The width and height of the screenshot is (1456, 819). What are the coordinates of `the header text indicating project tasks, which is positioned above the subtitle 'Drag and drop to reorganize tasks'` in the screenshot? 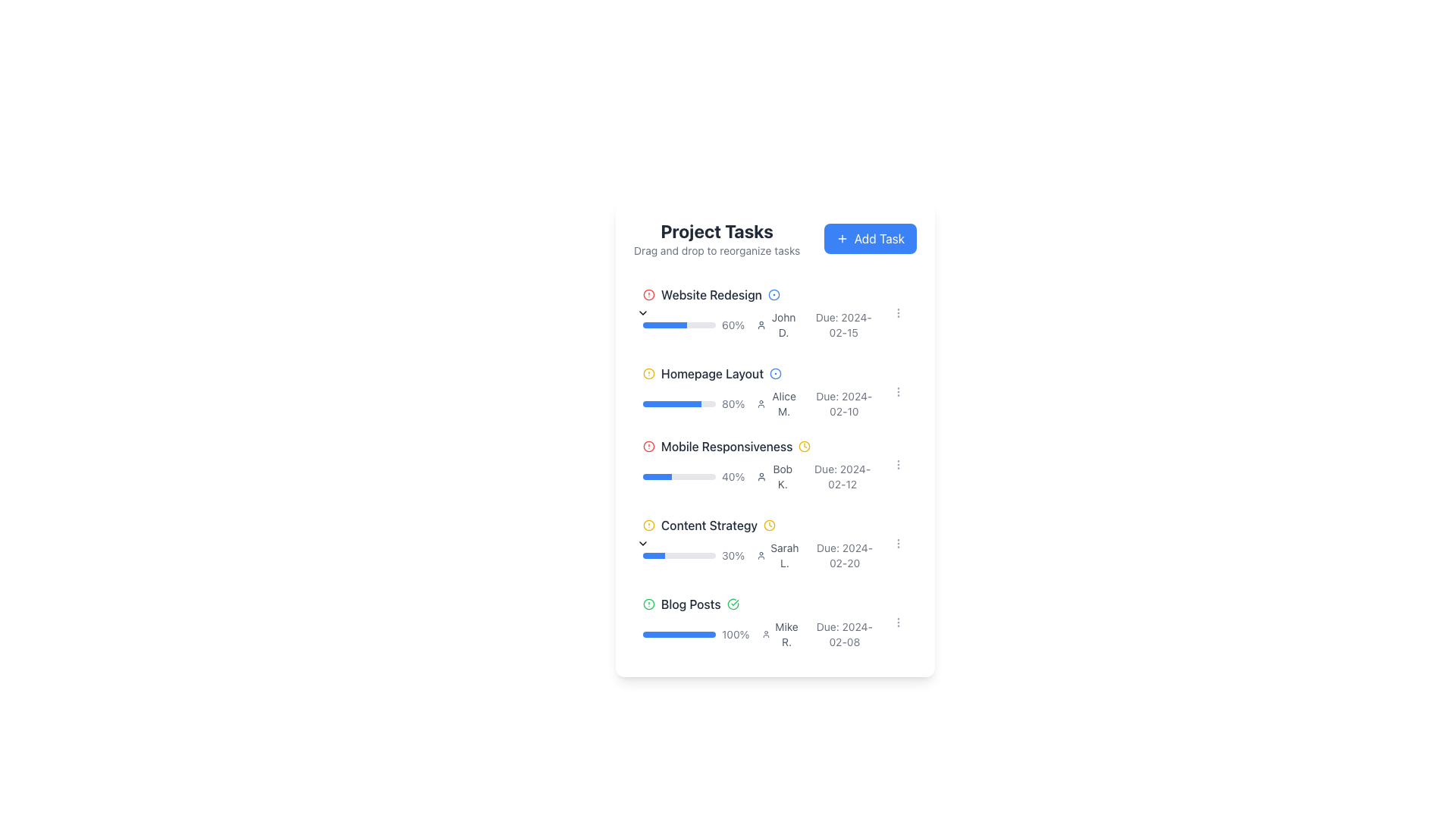 It's located at (716, 231).